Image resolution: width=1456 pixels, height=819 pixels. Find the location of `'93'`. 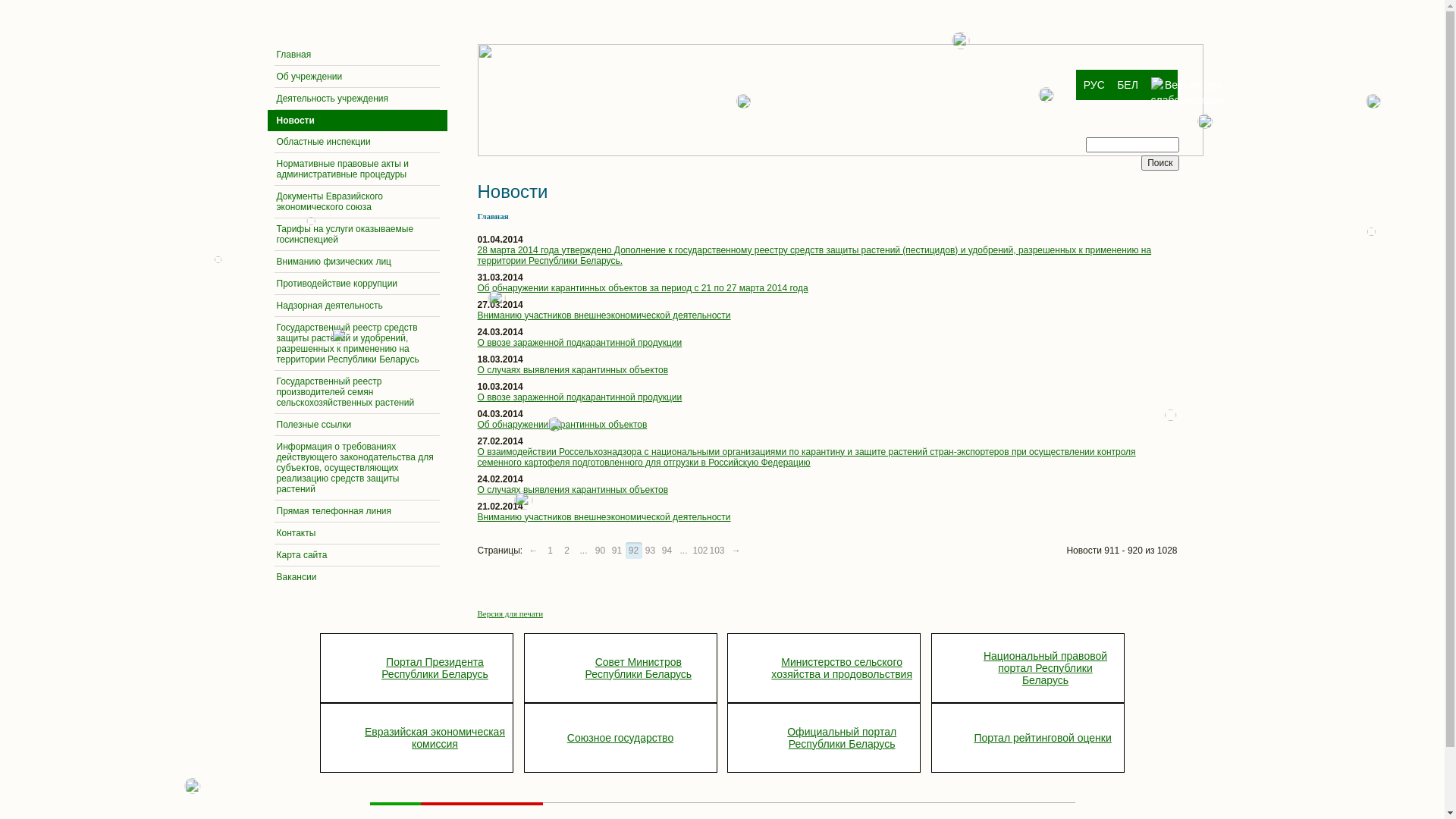

'93' is located at coordinates (651, 550).